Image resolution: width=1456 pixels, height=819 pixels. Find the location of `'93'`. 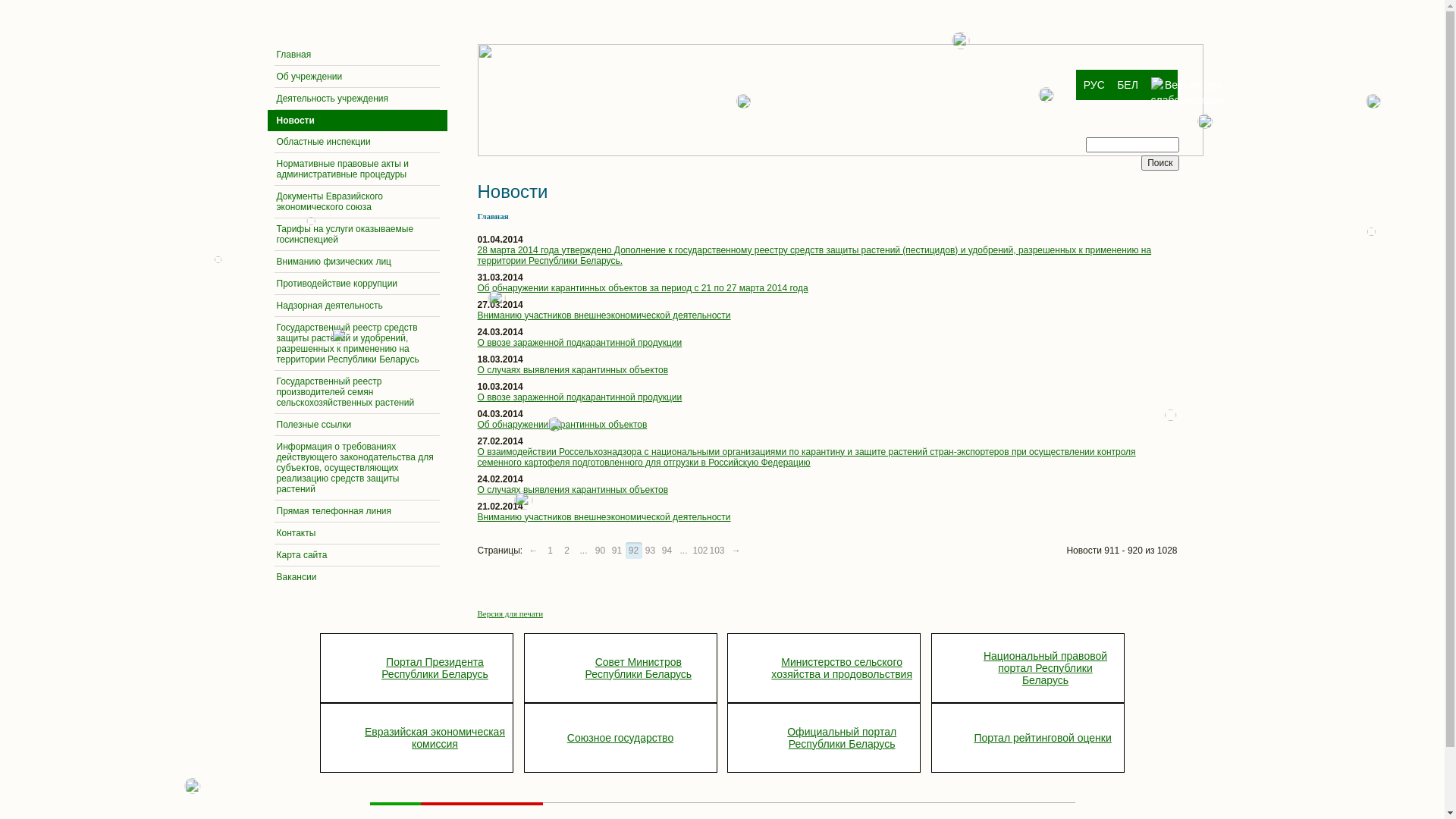

'93' is located at coordinates (651, 550).